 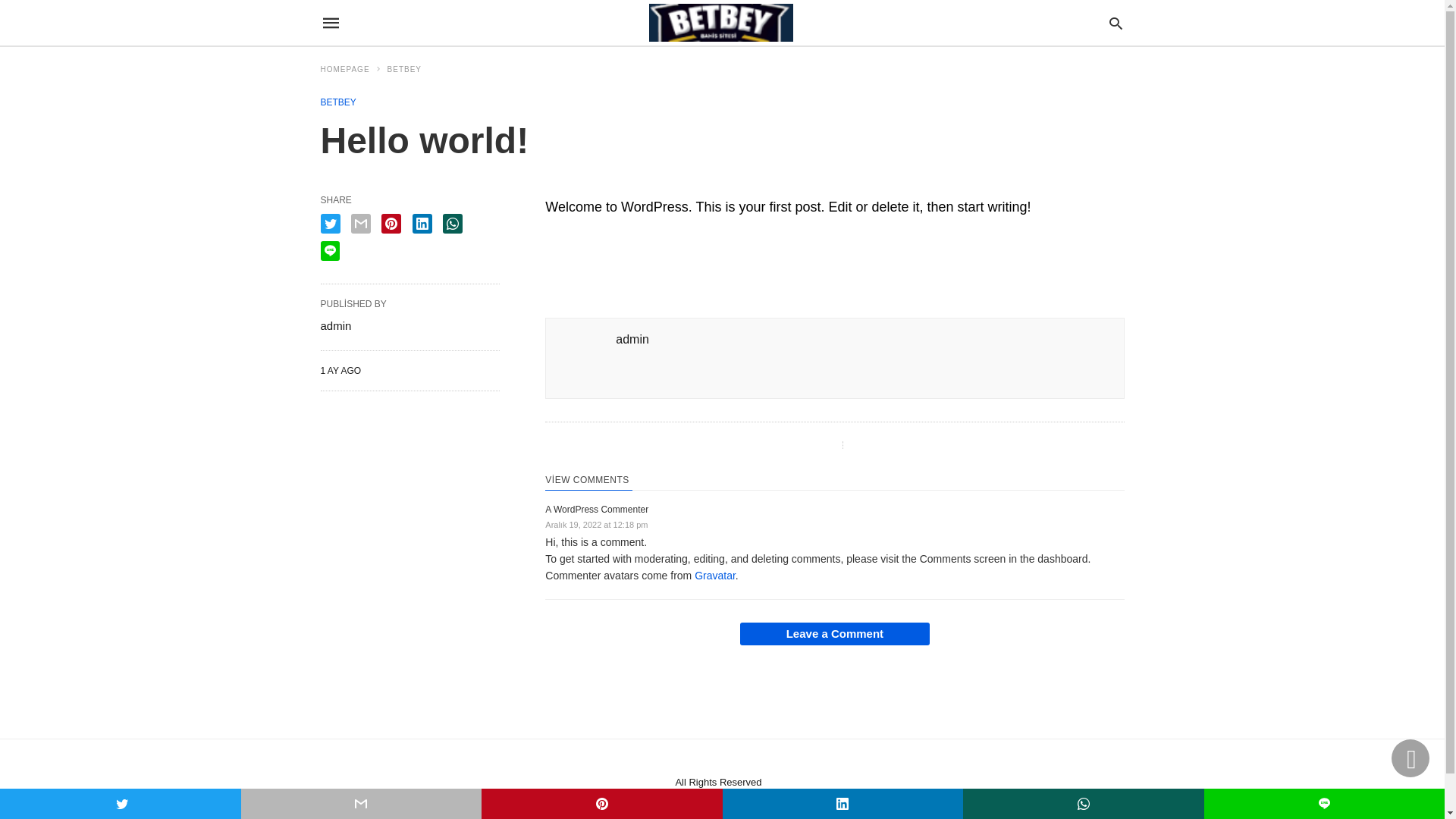 I want to click on 'Gravatar', so click(x=714, y=576).